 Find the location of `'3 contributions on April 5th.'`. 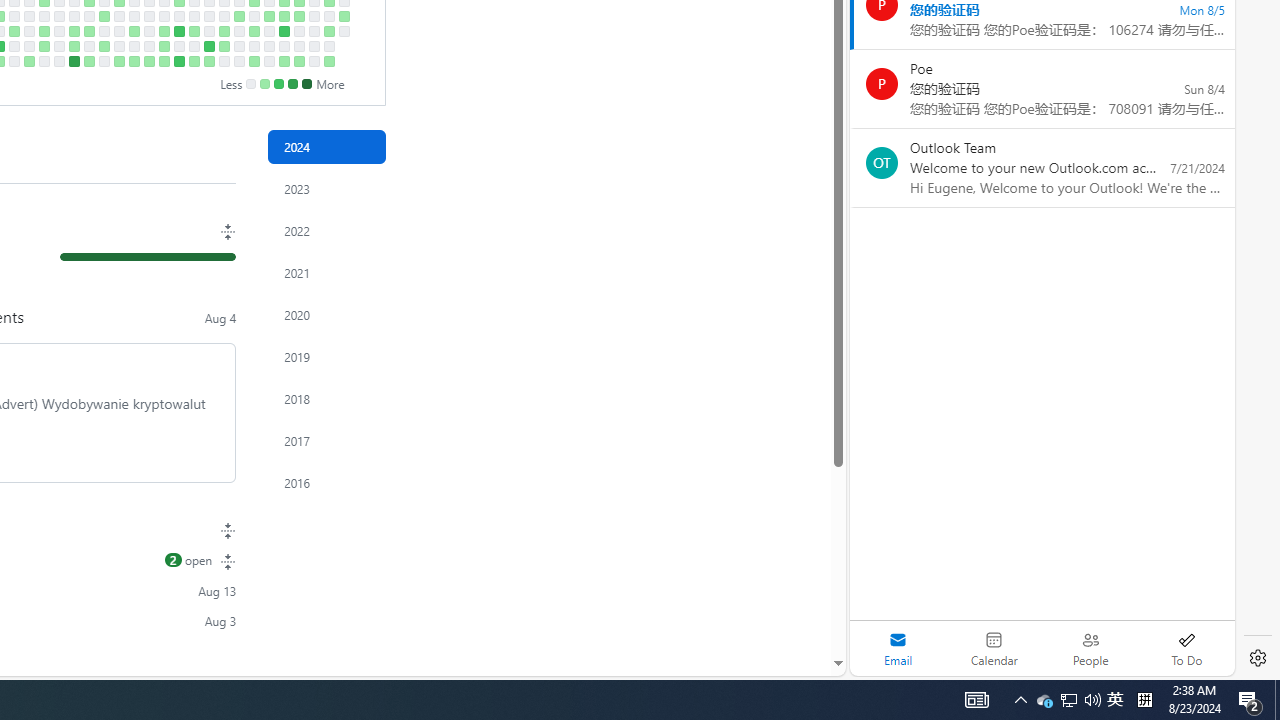

'3 contributions on April 5th.' is located at coordinates (44, 45).